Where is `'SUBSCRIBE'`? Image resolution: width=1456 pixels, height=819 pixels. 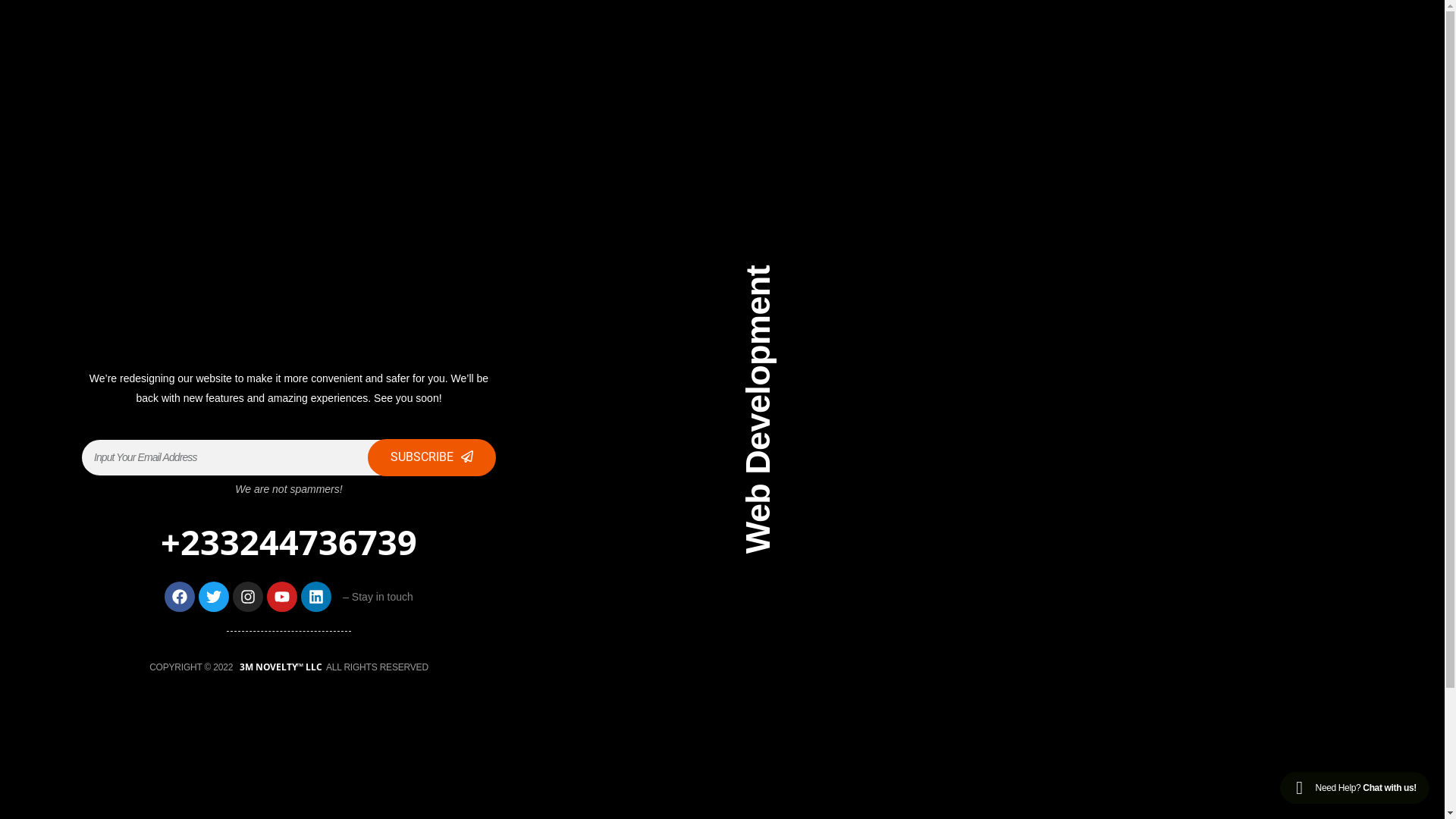
'SUBSCRIBE' is located at coordinates (431, 457).